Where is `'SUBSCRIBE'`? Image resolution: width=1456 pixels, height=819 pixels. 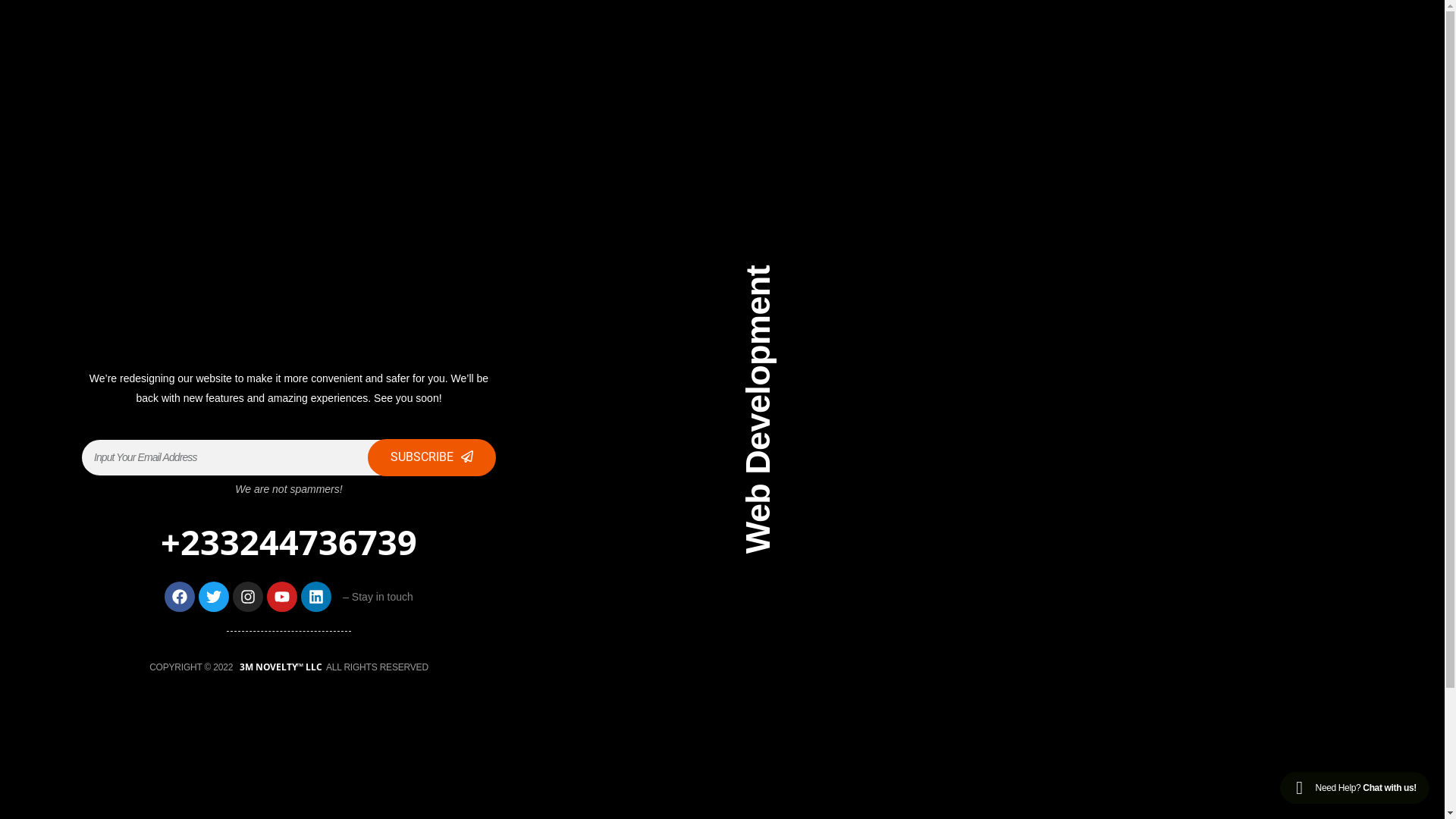
'SUBSCRIBE' is located at coordinates (431, 457).